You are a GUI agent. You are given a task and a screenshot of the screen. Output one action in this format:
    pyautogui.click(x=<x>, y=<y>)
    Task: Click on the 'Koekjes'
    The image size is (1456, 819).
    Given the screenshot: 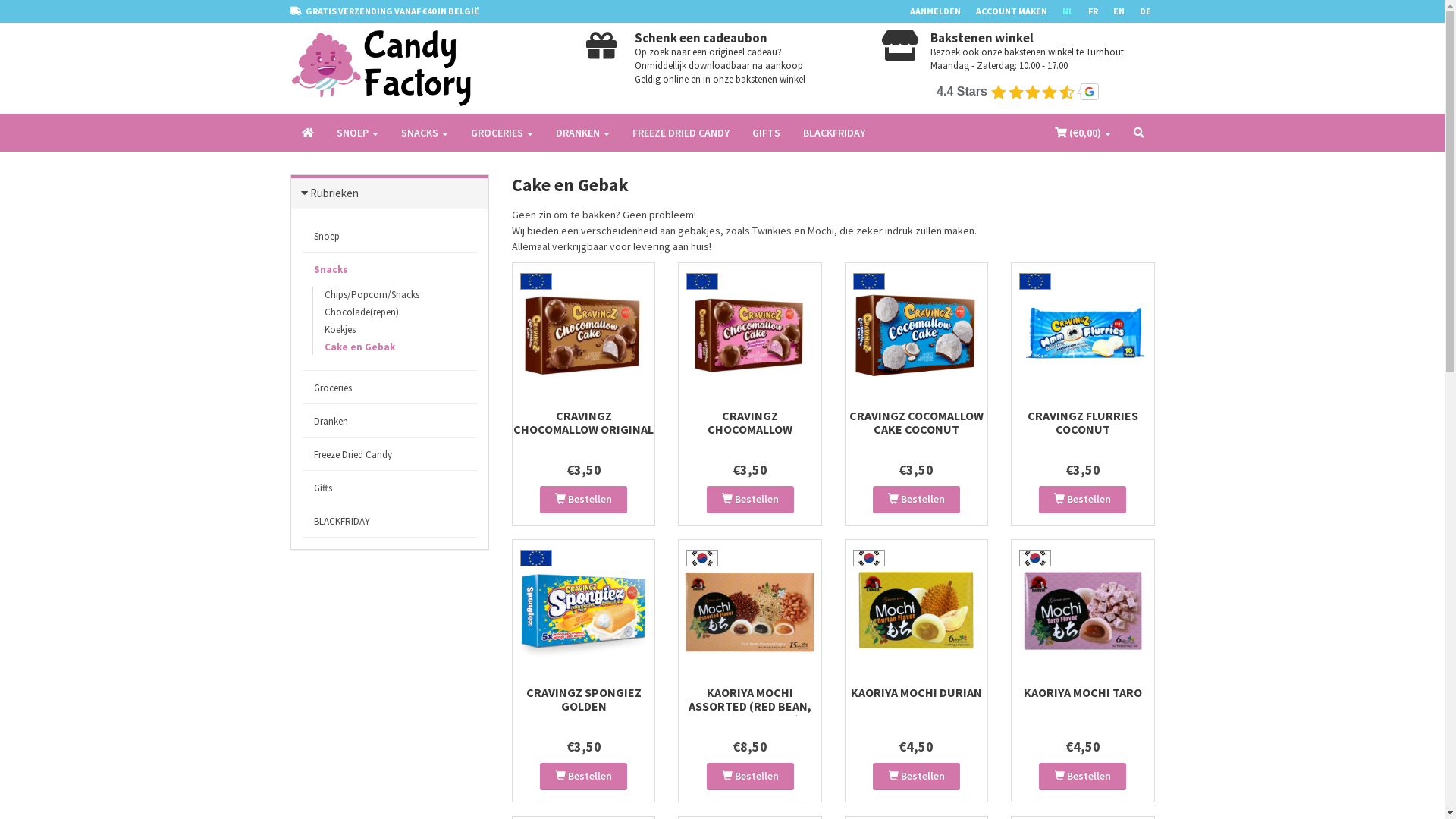 What is the action you would take?
    pyautogui.click(x=312, y=328)
    